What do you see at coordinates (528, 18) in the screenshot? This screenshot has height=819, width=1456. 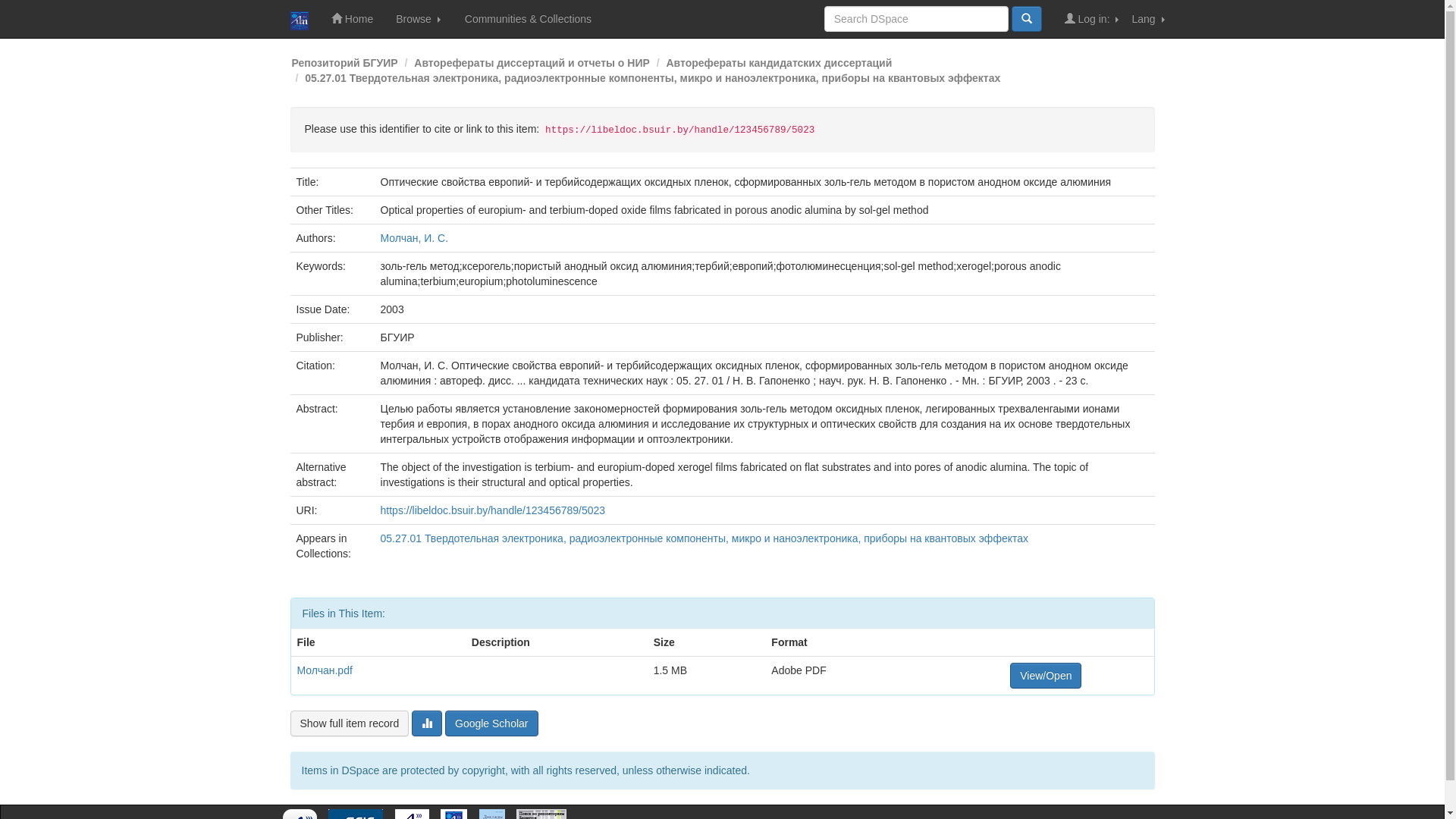 I see `'Communities & Collections'` at bounding box center [528, 18].